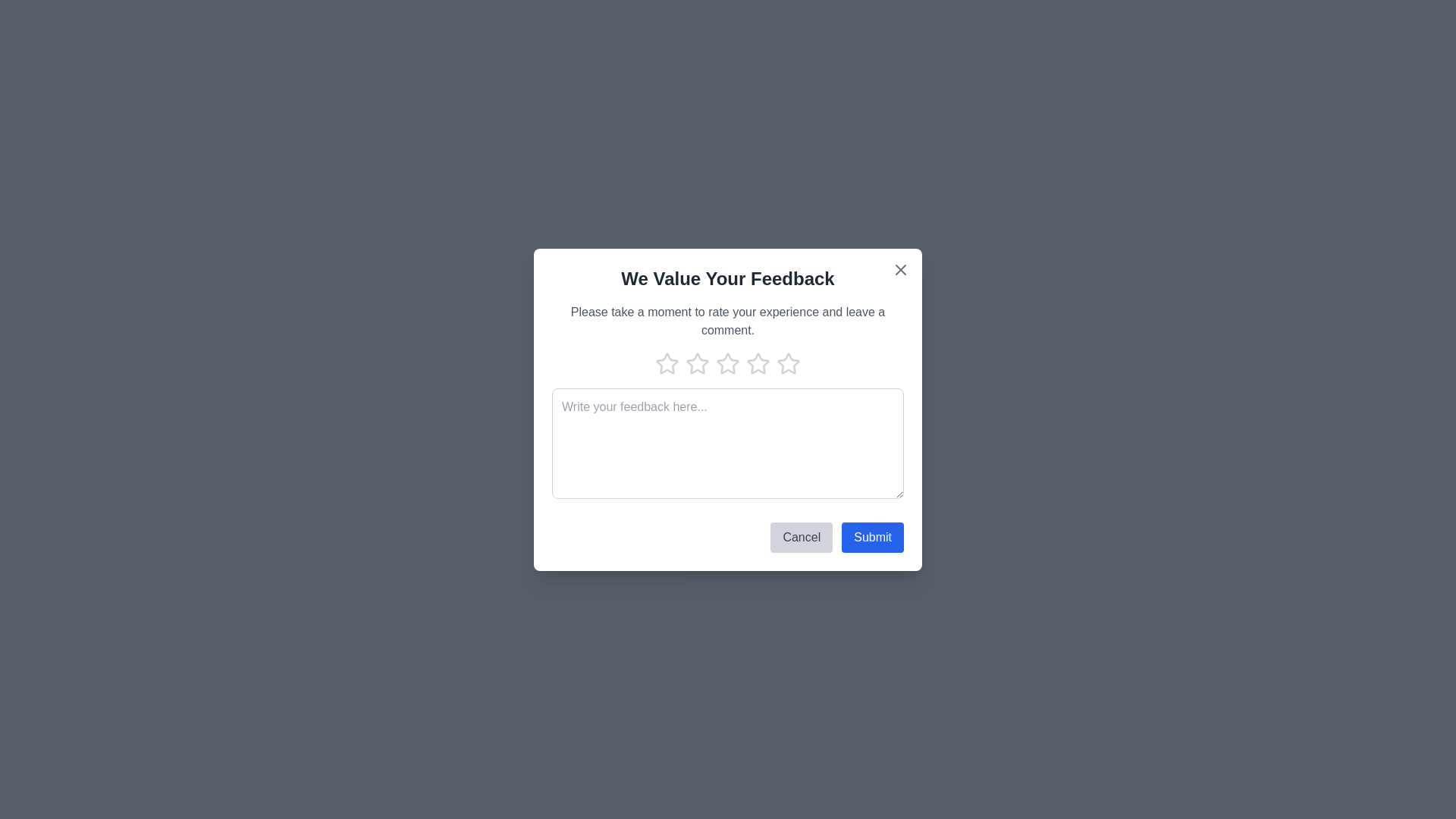 Image resolution: width=1456 pixels, height=819 pixels. Describe the element at coordinates (758, 362) in the screenshot. I see `the third star icon from the left in the rating interface` at that location.